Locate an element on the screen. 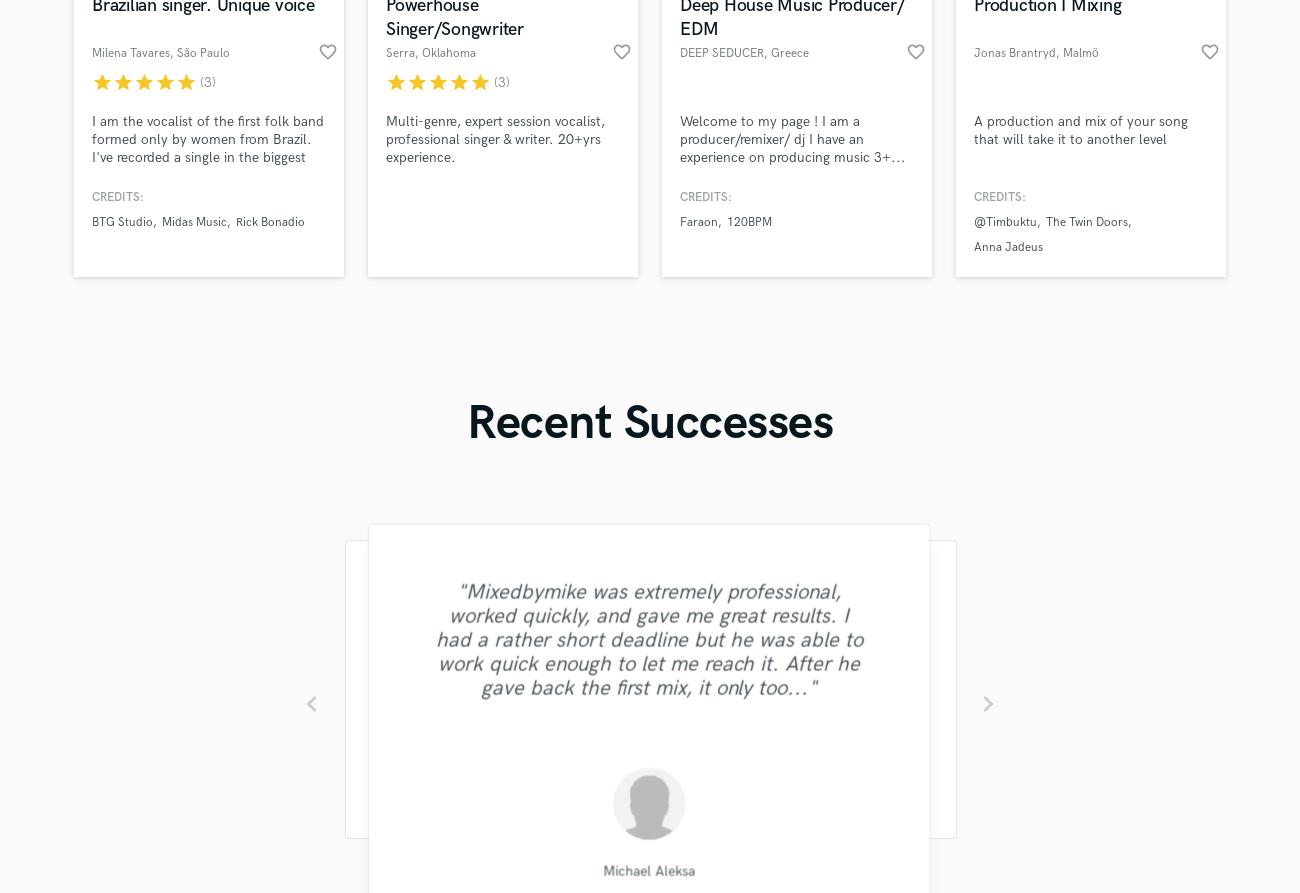  'Sefi Carmel' is located at coordinates (632, 862).